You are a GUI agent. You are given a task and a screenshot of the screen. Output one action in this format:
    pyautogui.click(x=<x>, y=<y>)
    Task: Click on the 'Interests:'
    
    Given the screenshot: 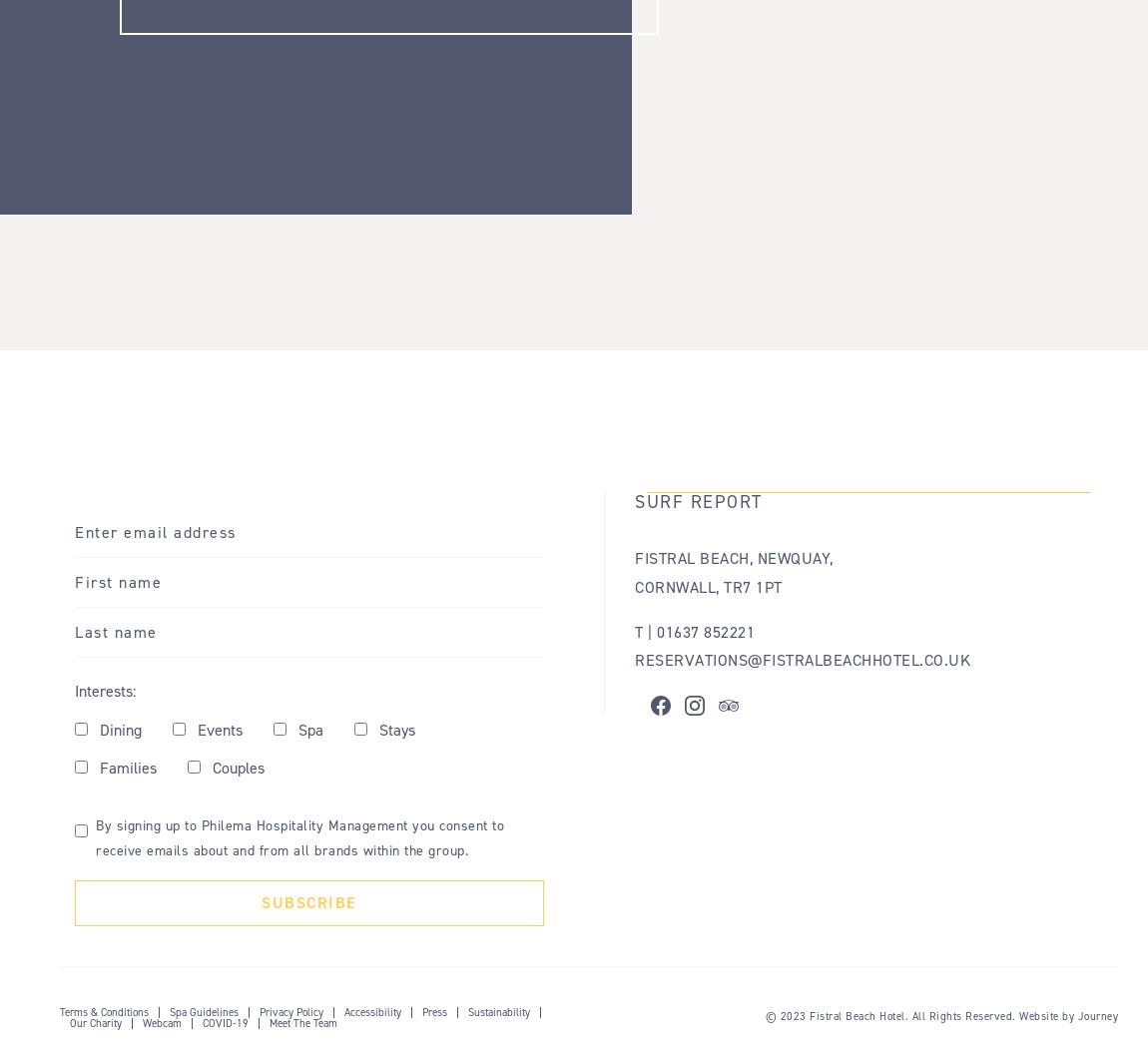 What is the action you would take?
    pyautogui.click(x=104, y=689)
    